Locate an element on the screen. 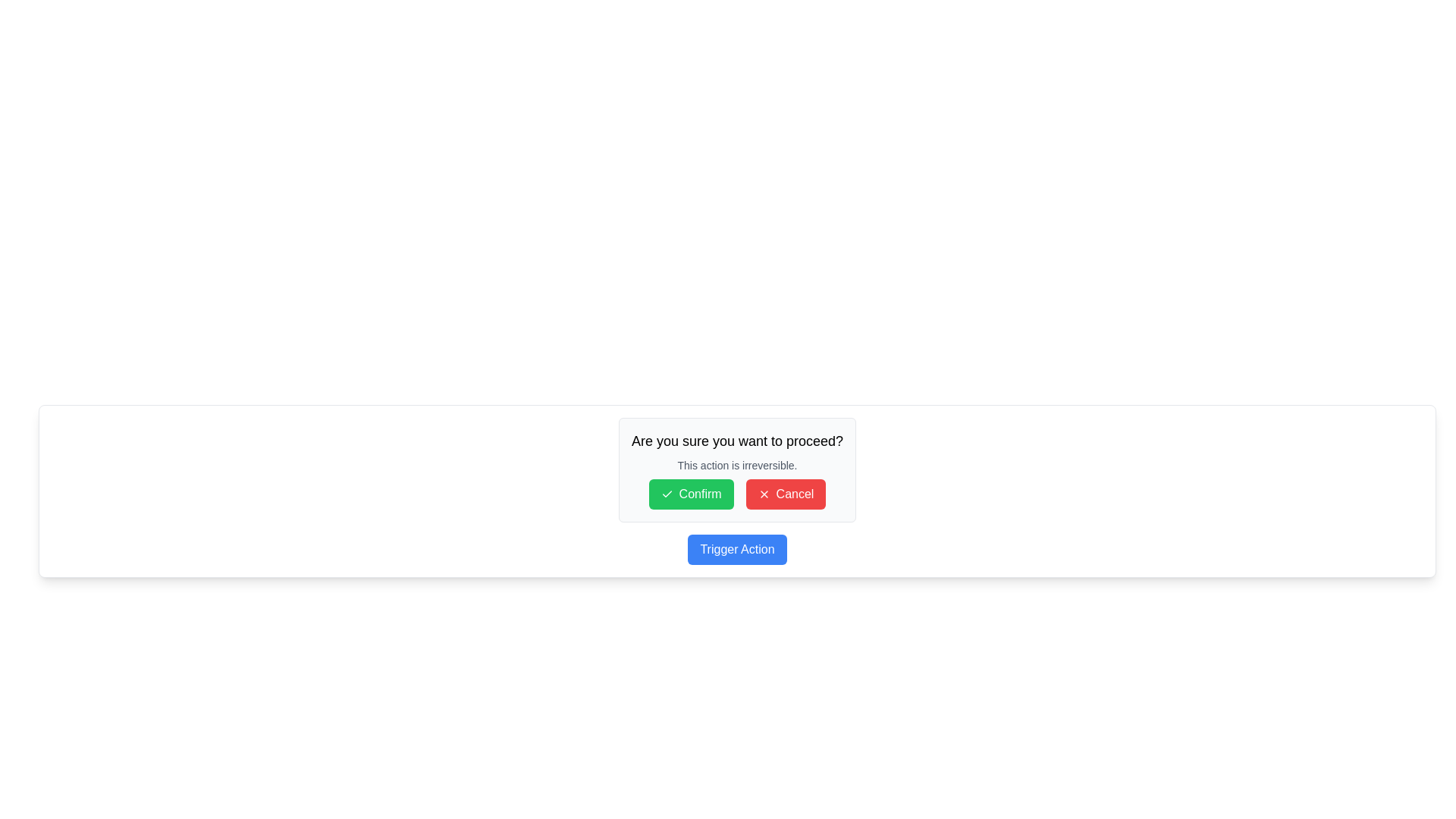 The image size is (1456, 819). text element that serves as the primary message or heading for the confirmation dialog box, positioned at the top above the statement 'This action is irreversible.' and the buttons 'Confirm' and 'Cancel' is located at coordinates (737, 441).